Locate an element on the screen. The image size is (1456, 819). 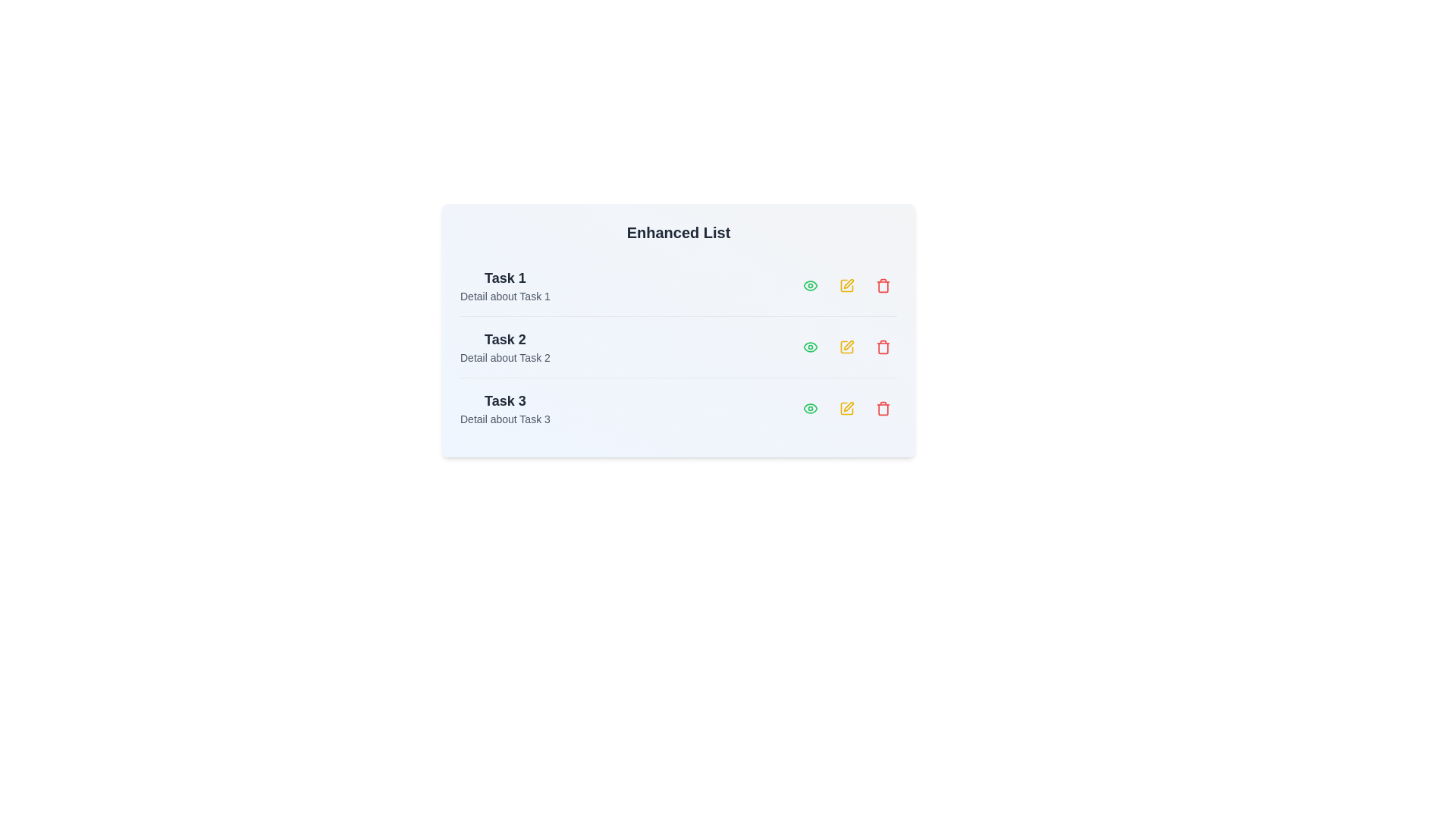
the 'Eye' icon for task 1 to view its details is located at coordinates (810, 286).